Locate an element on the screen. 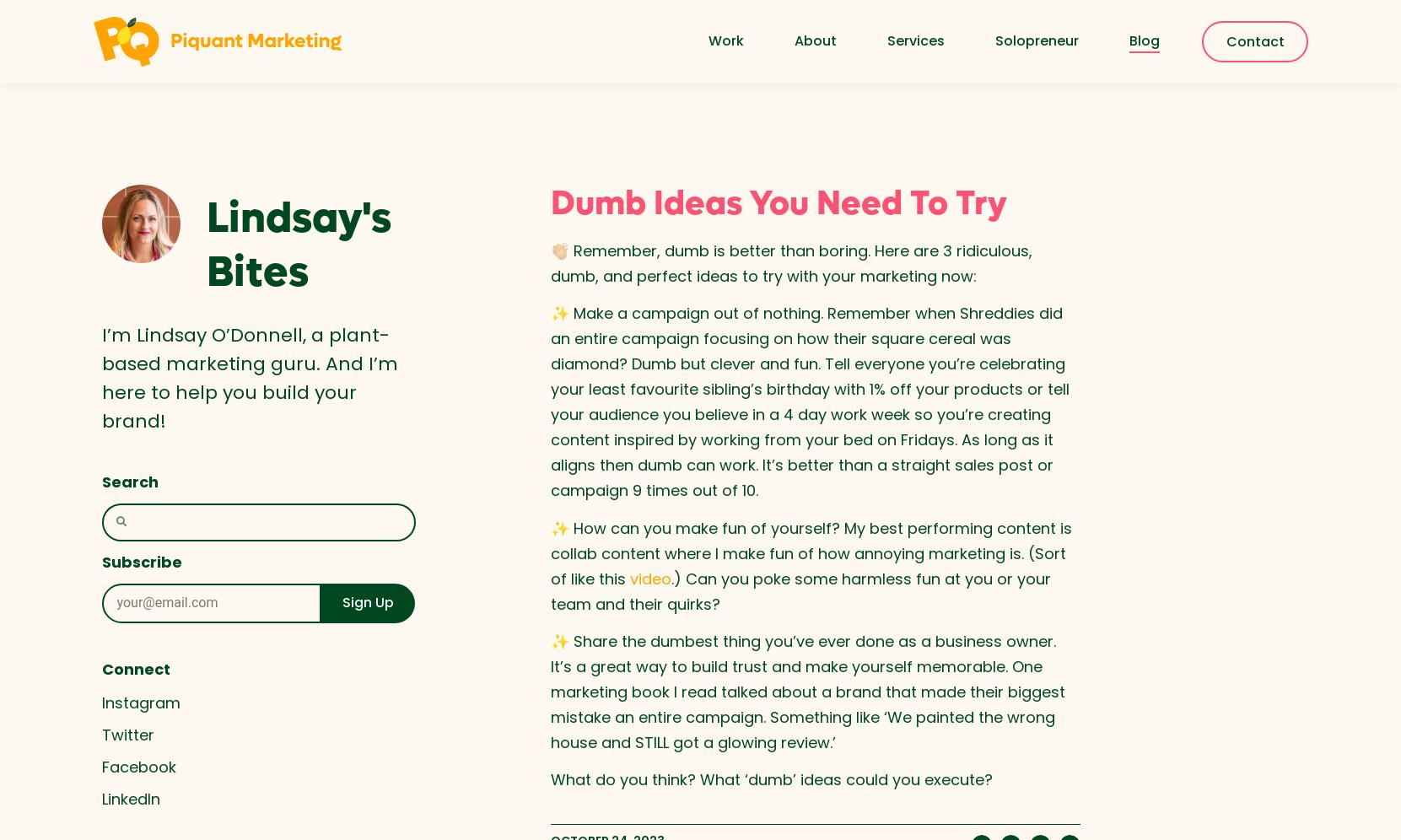 The width and height of the screenshot is (1401, 840). 'Solopreneur' is located at coordinates (1036, 40).